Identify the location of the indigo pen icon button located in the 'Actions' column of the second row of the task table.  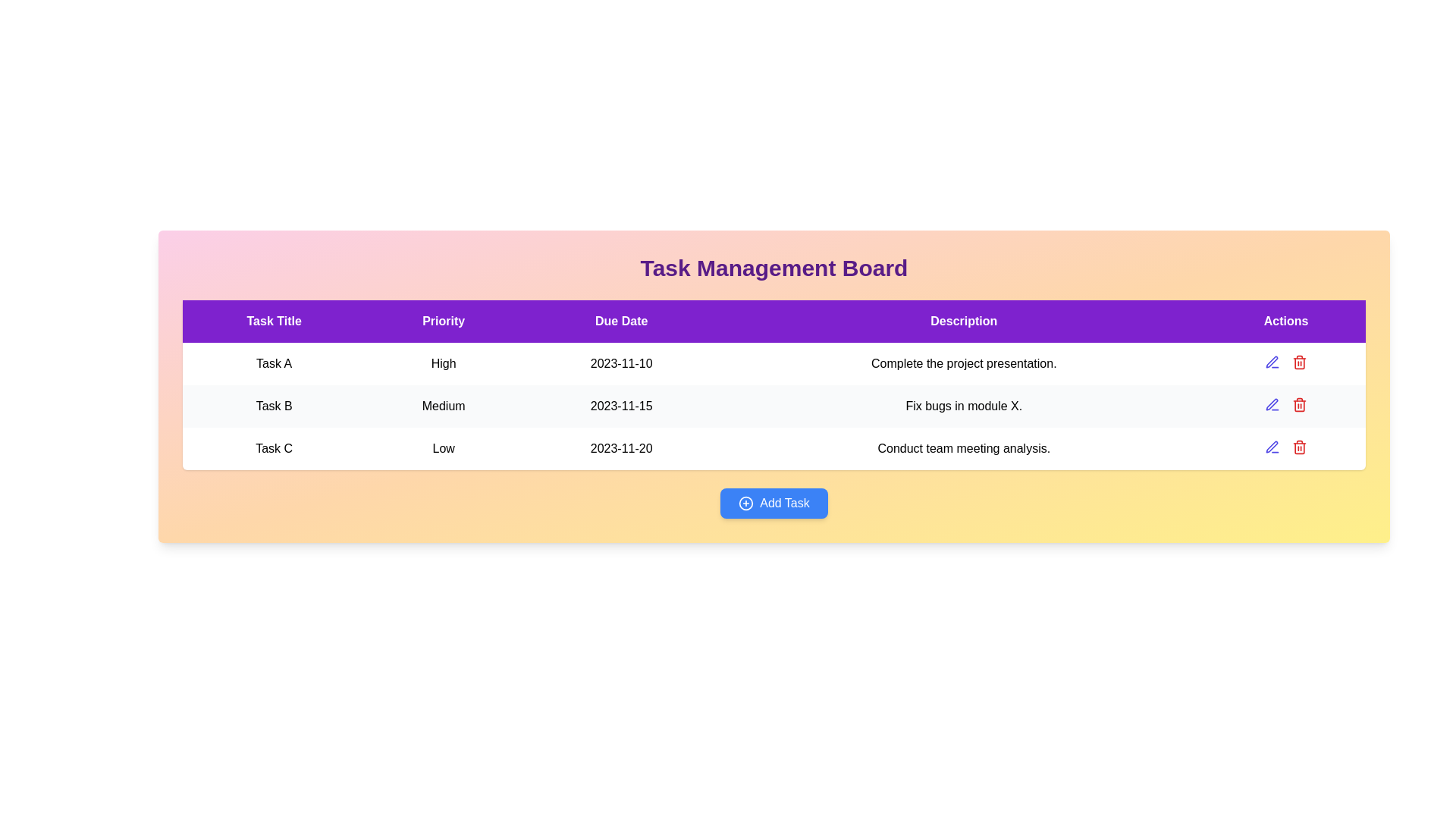
(1272, 362).